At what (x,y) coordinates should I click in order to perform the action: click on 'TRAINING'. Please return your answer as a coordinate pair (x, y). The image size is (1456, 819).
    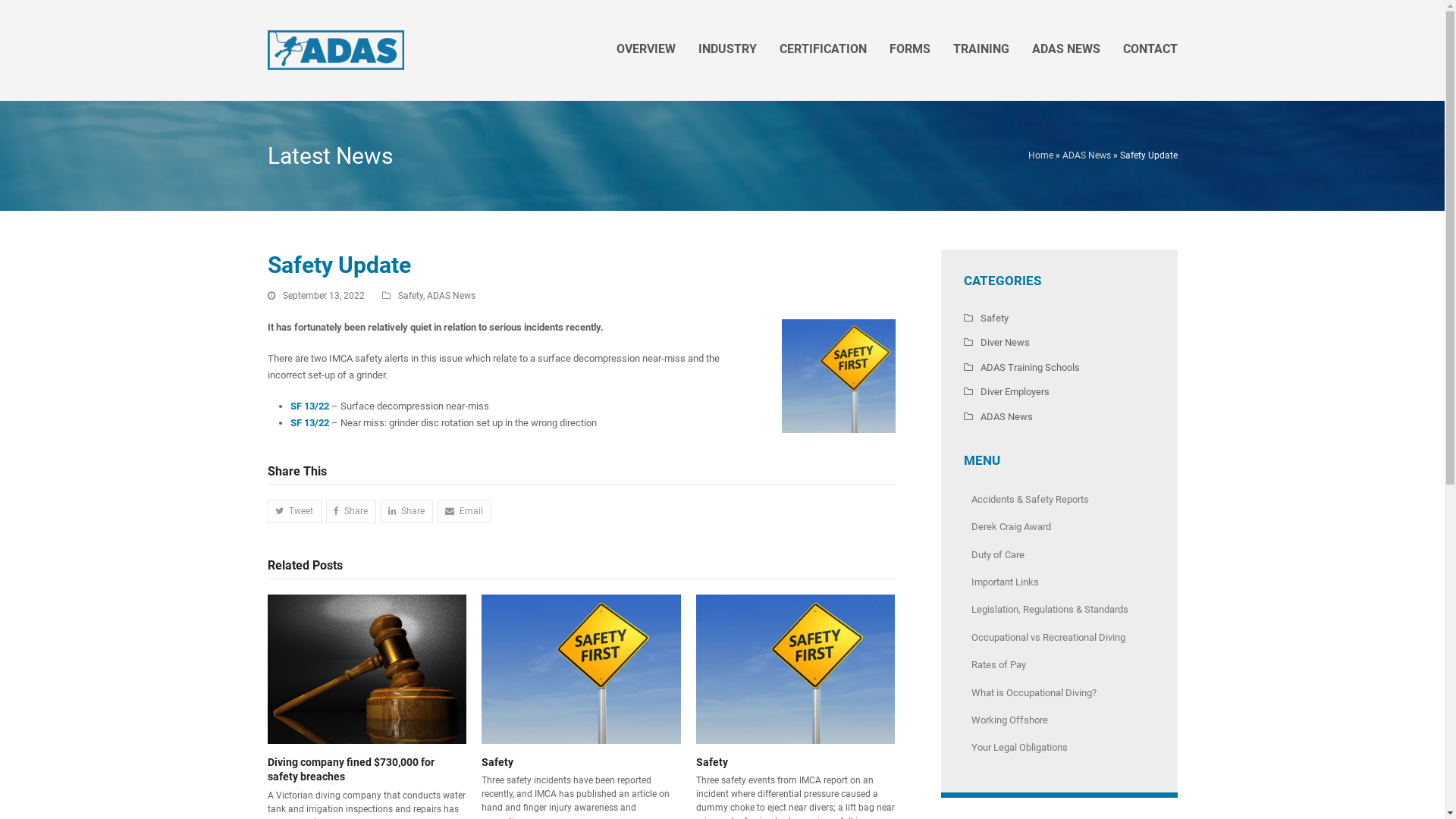
    Looking at the image, I should click on (981, 49).